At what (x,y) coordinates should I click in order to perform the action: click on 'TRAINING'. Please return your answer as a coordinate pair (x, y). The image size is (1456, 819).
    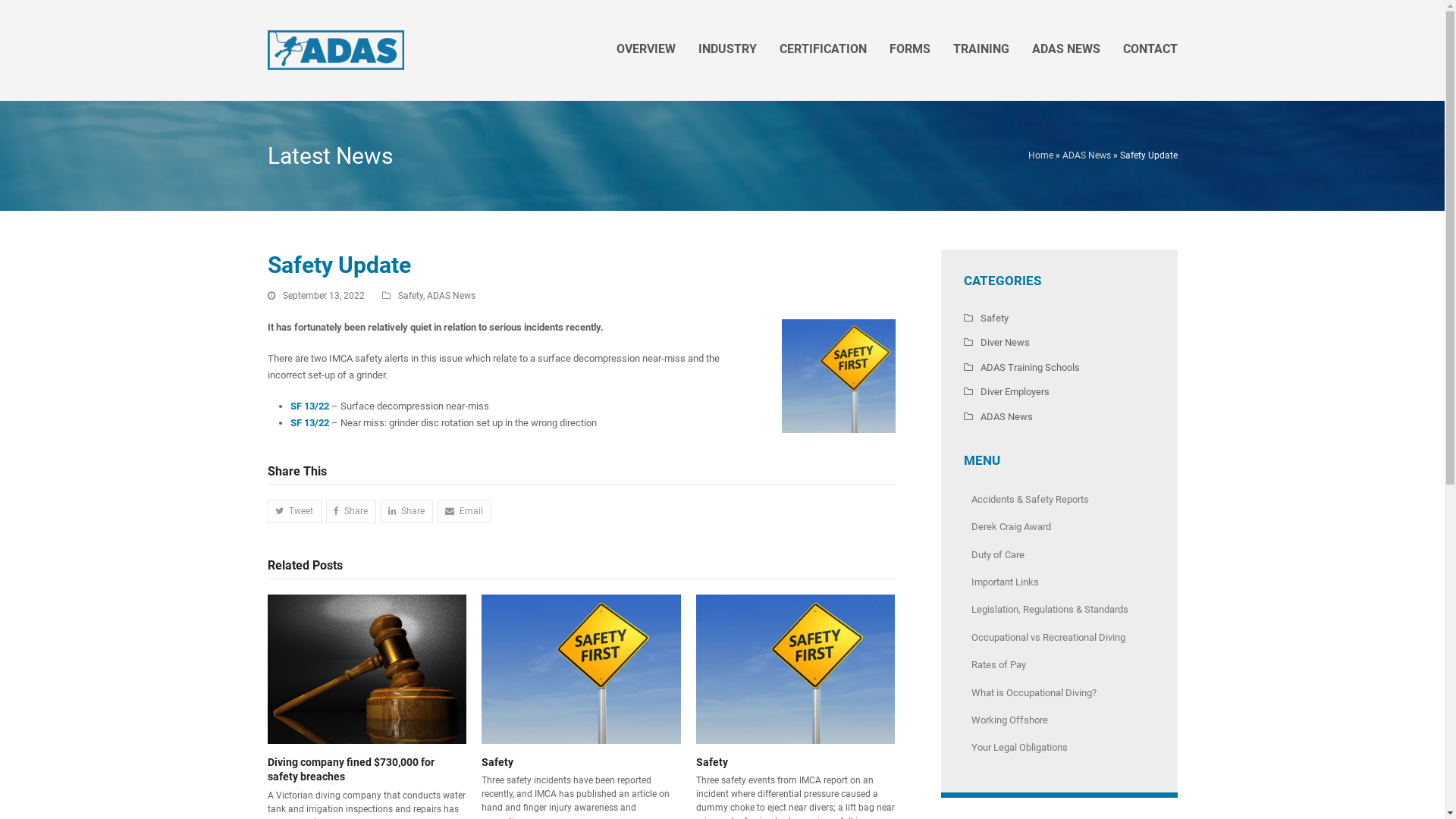
    Looking at the image, I should click on (981, 49).